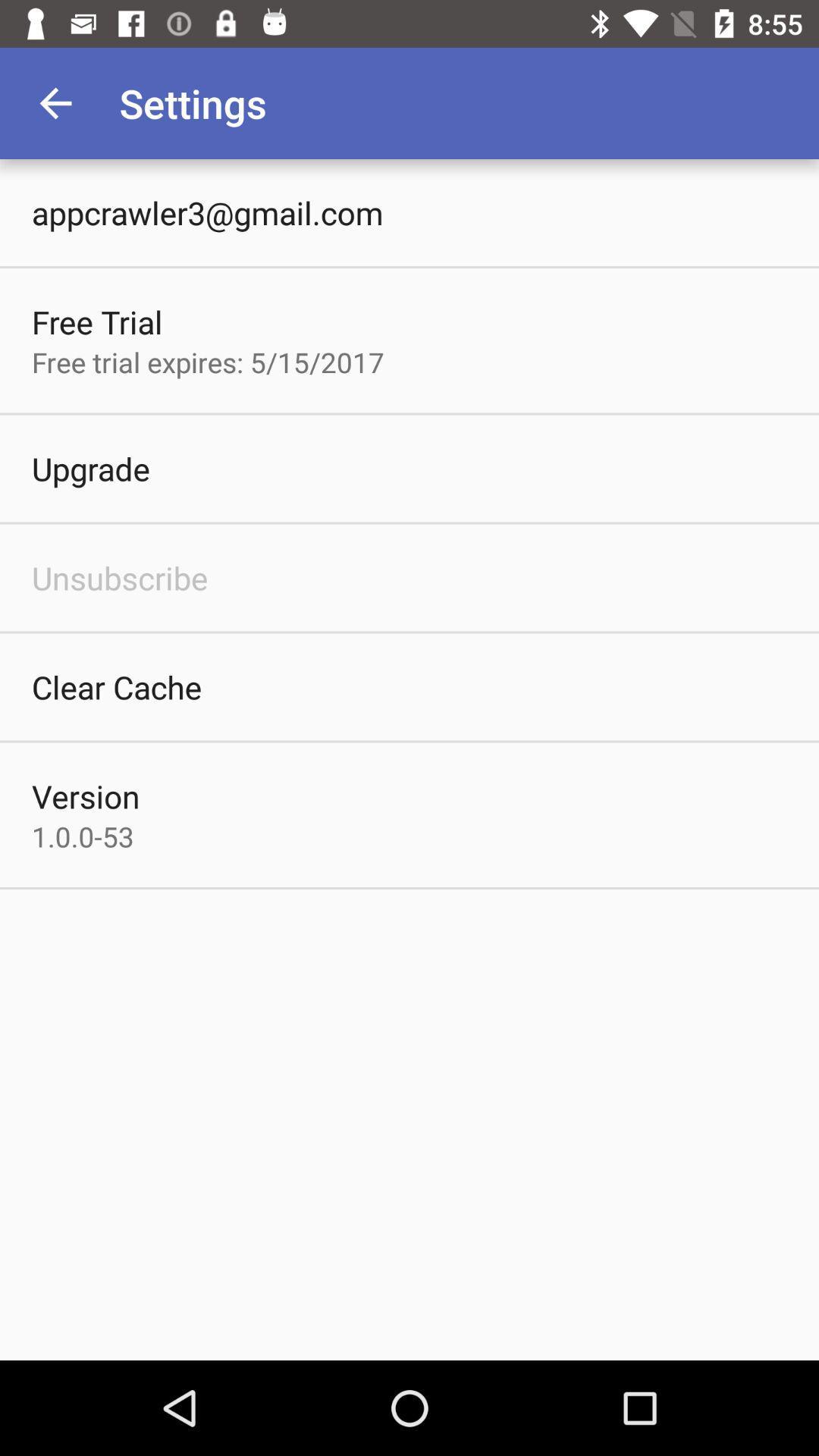  I want to click on unsubscribe, so click(119, 577).